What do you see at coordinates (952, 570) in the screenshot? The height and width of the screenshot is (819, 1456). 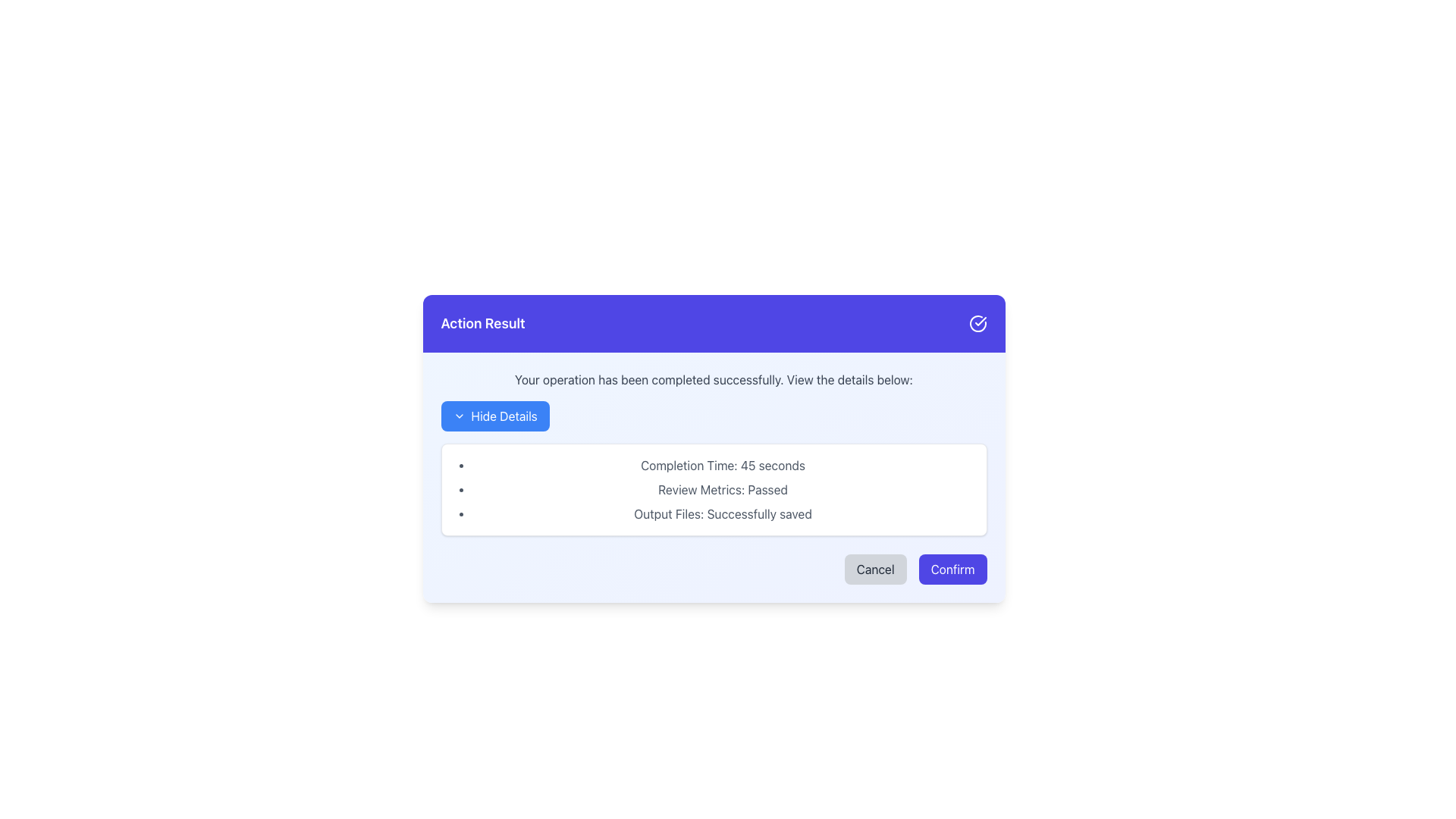 I see `the 'Confirm' button, which is a rectangular button with a blue background and white text, located near the bottom right of the interface` at bounding box center [952, 570].